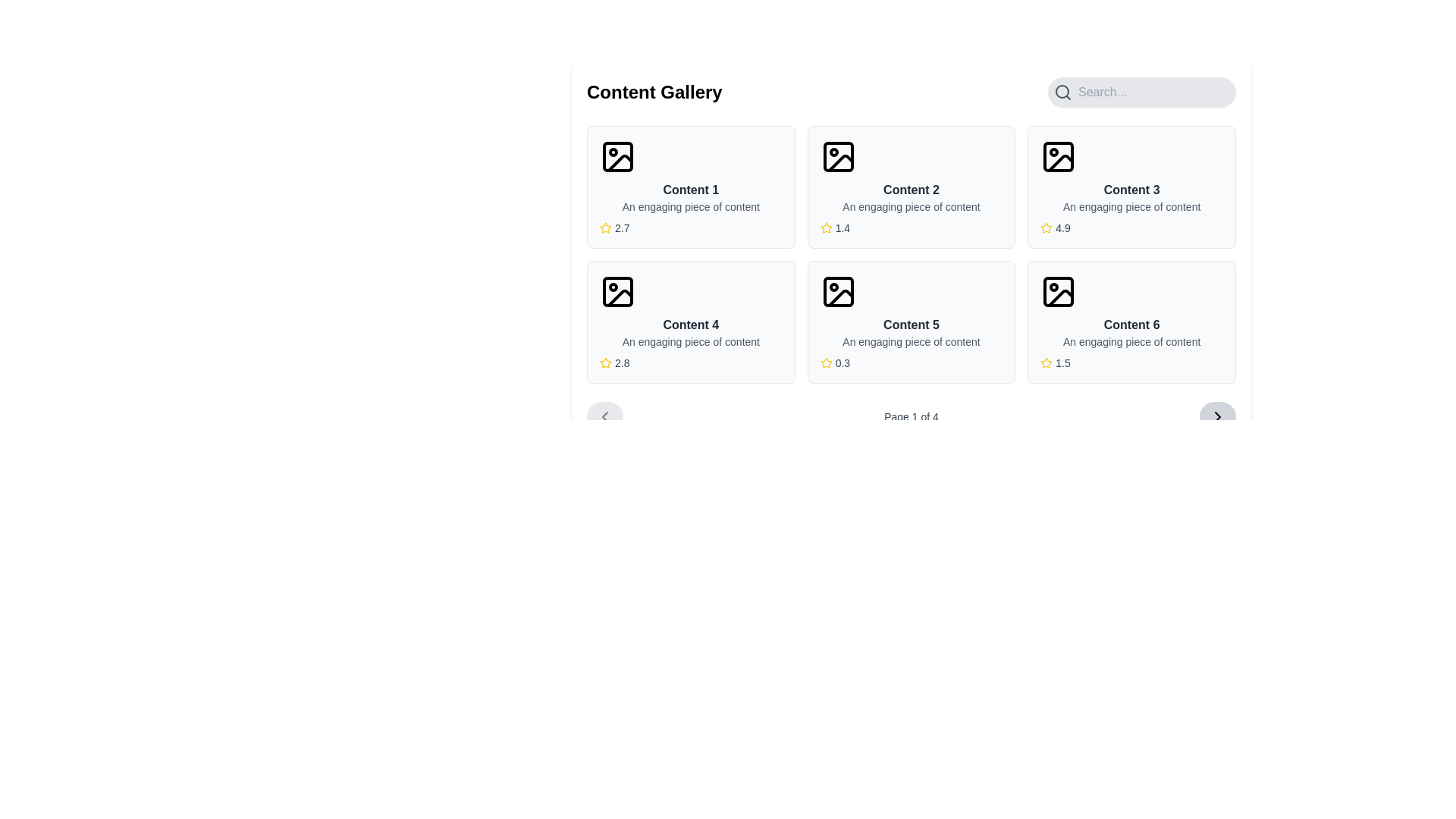 This screenshot has width=1456, height=819. What do you see at coordinates (1131, 342) in the screenshot?
I see `the descriptive text label located beneath the 'Content 6' title in the sixth content card of the grid layout` at bounding box center [1131, 342].